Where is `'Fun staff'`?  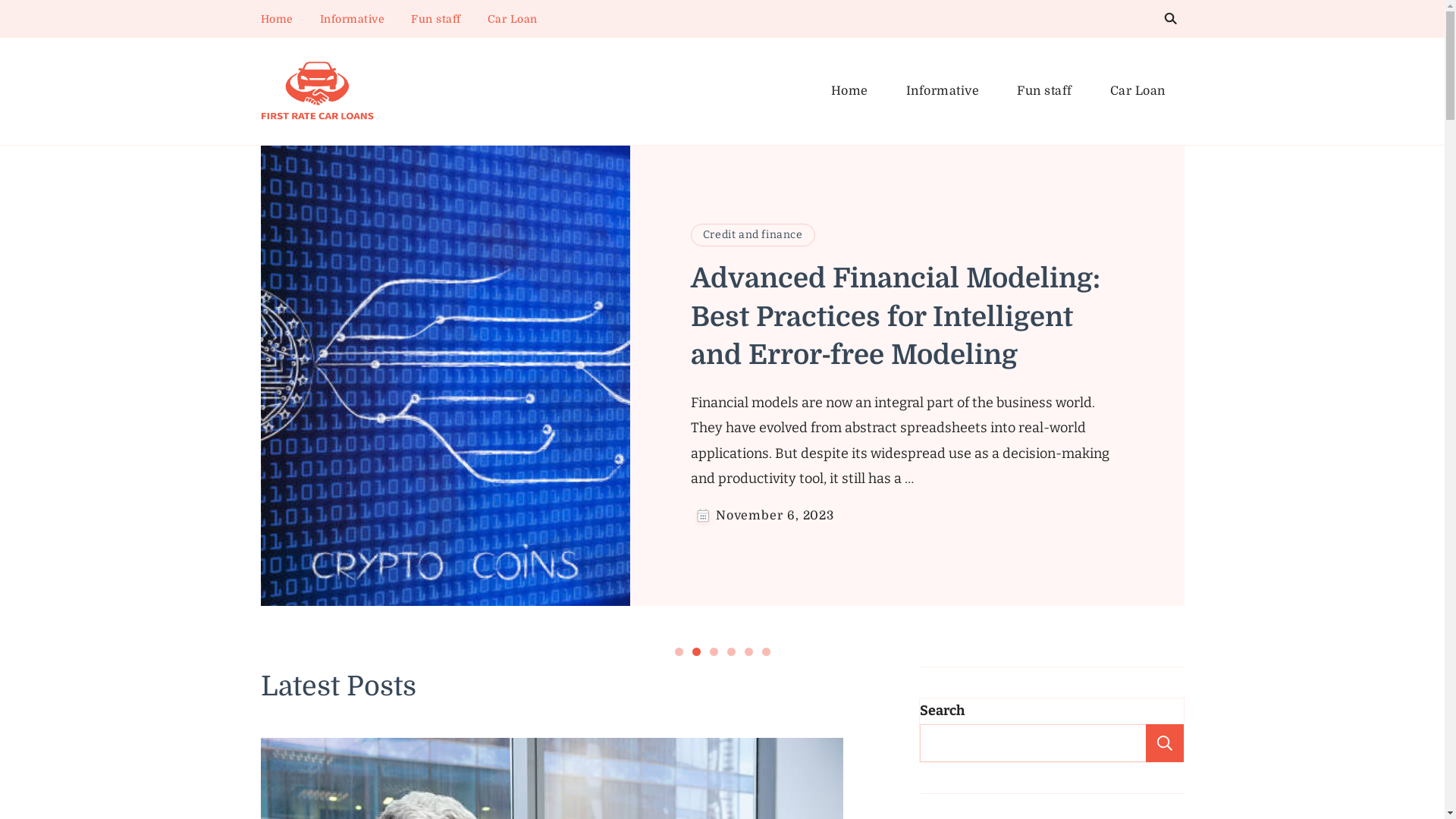
'Fun staff' is located at coordinates (997, 91).